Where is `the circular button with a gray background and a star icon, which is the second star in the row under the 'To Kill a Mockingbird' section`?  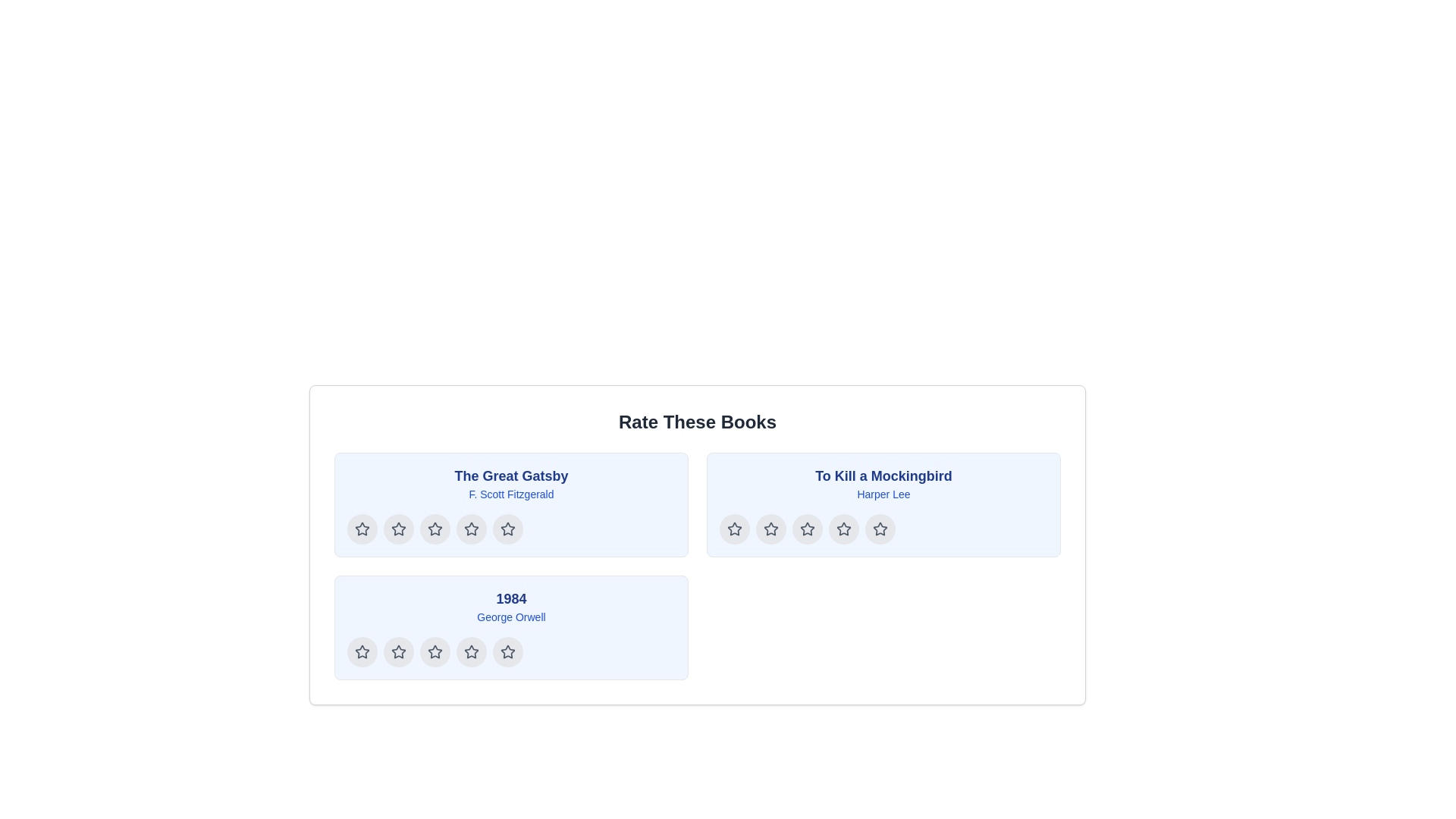
the circular button with a gray background and a star icon, which is the second star in the row under the 'To Kill a Mockingbird' section is located at coordinates (771, 529).